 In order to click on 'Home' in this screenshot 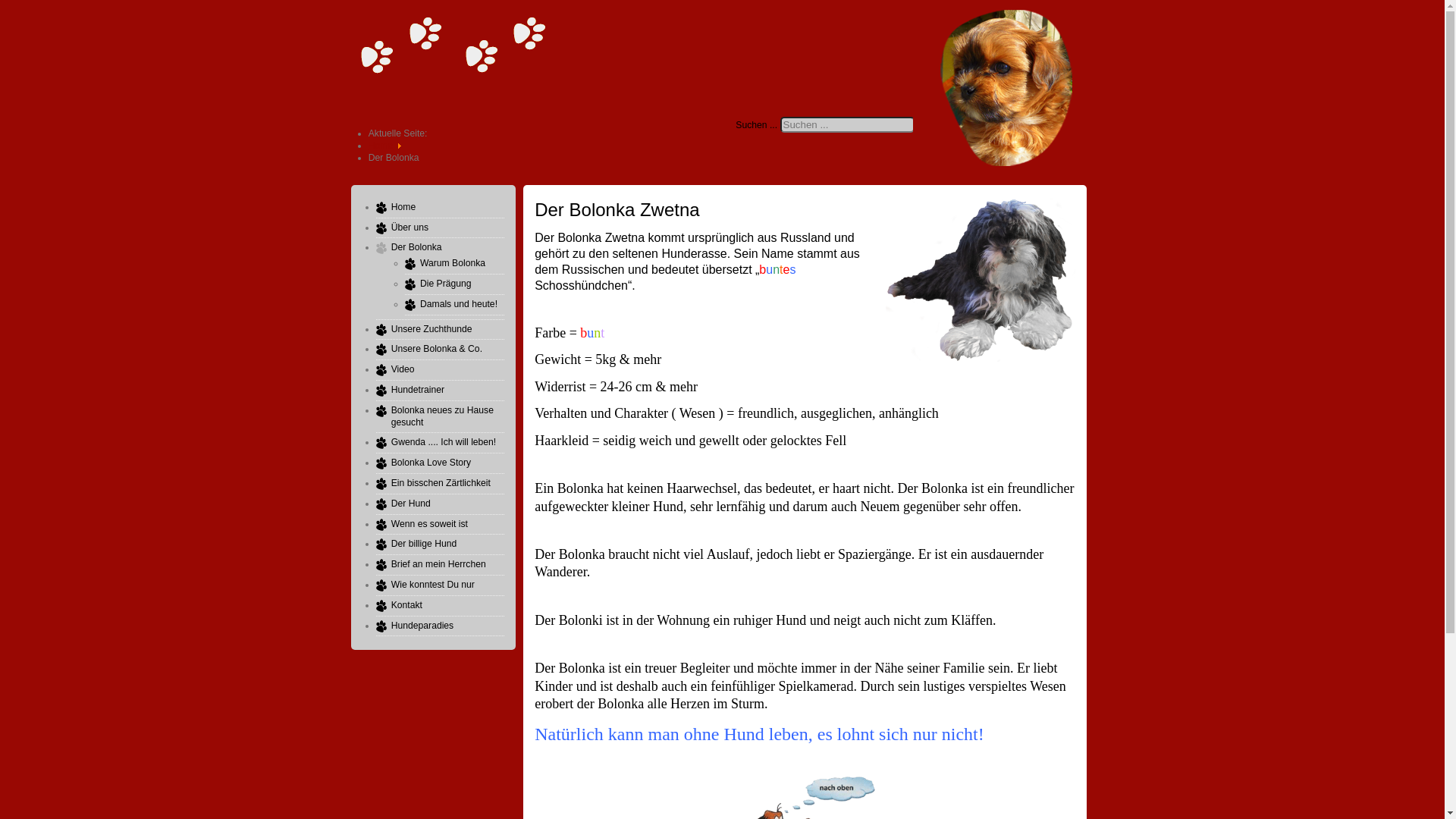, I will do `click(403, 207)`.